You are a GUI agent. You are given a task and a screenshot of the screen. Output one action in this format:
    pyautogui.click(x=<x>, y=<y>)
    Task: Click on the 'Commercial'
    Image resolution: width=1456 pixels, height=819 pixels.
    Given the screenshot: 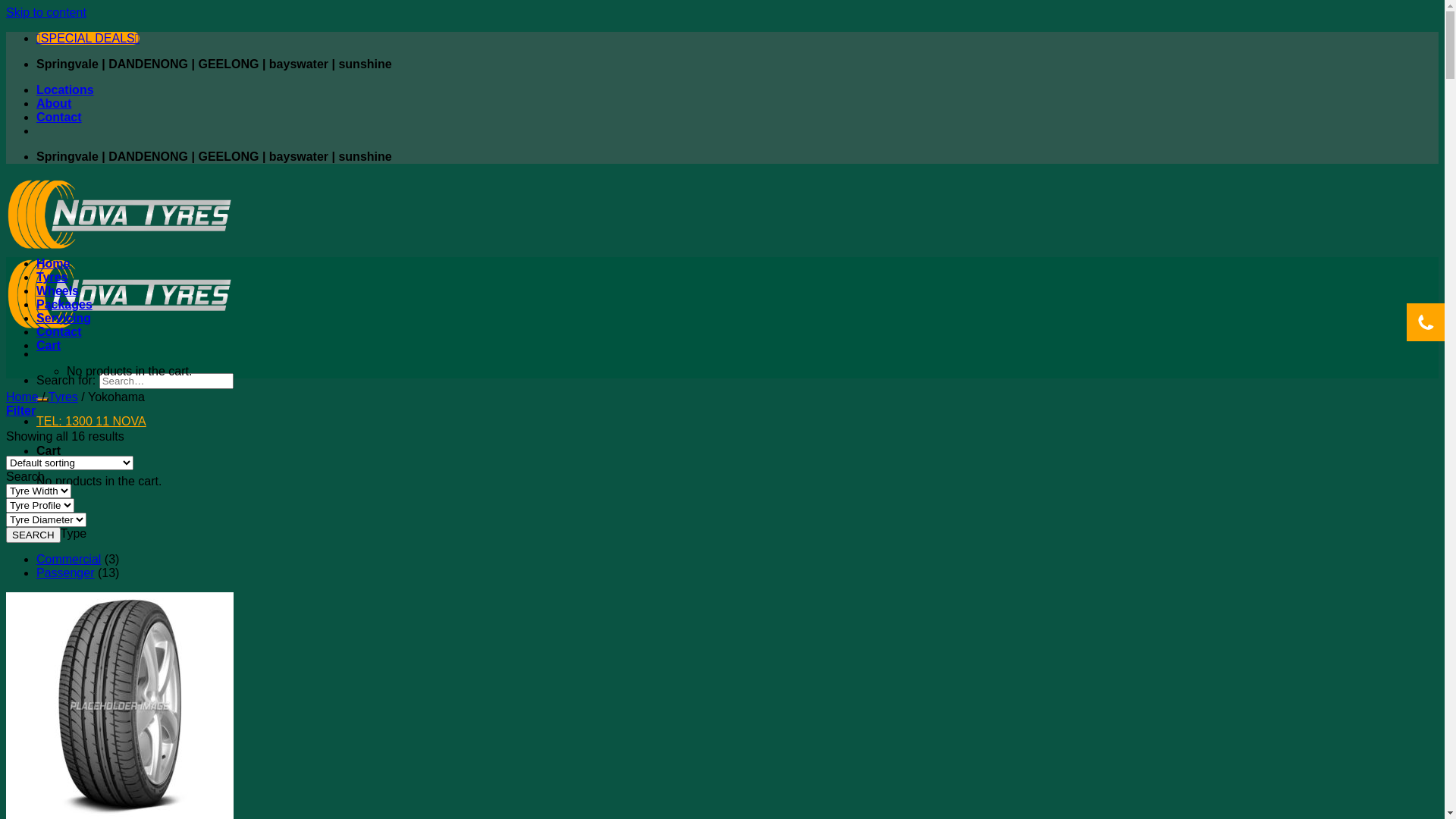 What is the action you would take?
    pyautogui.click(x=67, y=559)
    